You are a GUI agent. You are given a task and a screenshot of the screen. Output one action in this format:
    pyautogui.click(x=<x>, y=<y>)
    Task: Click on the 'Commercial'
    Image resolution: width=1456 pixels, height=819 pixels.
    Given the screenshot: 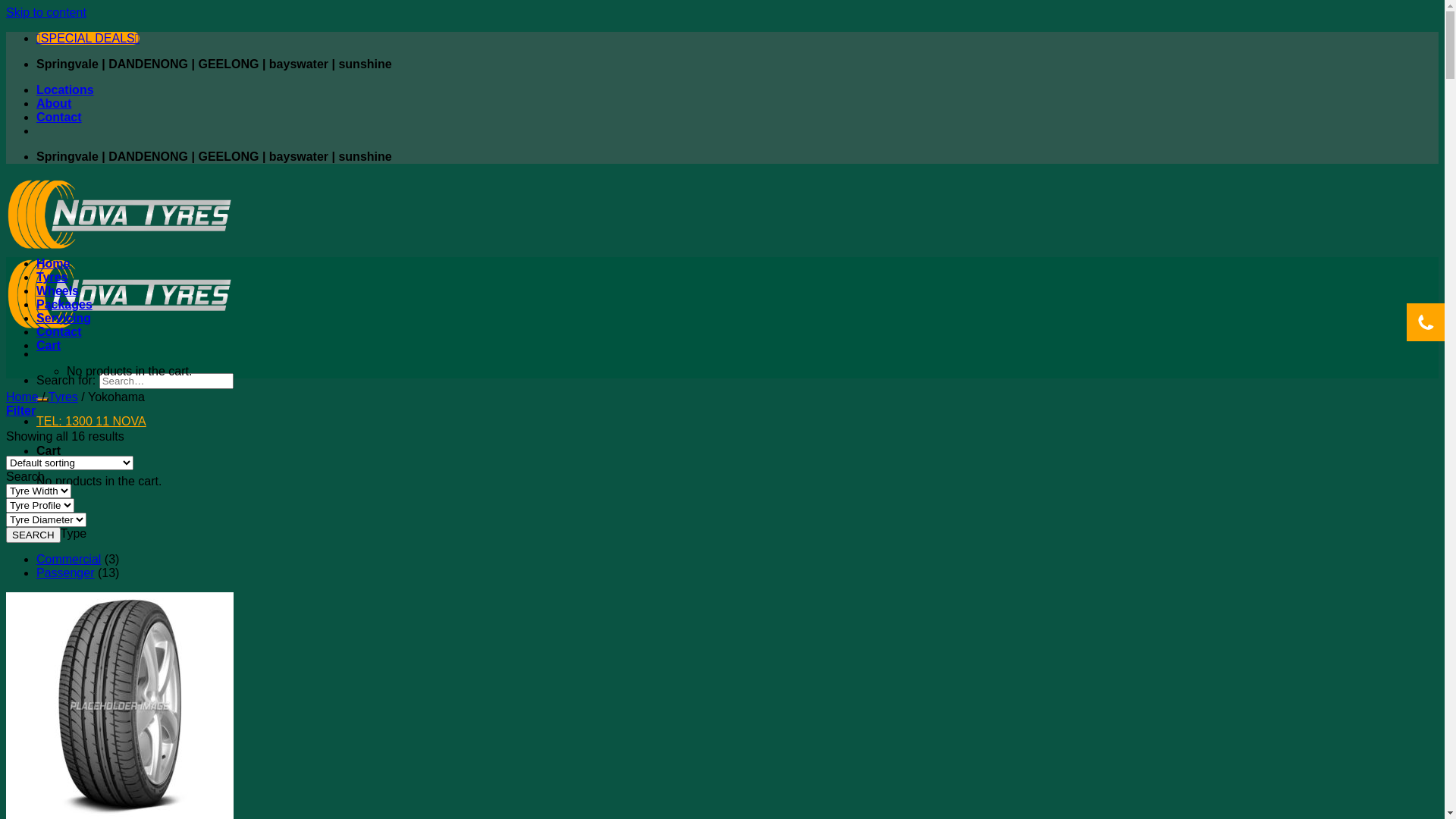 What is the action you would take?
    pyautogui.click(x=67, y=559)
    